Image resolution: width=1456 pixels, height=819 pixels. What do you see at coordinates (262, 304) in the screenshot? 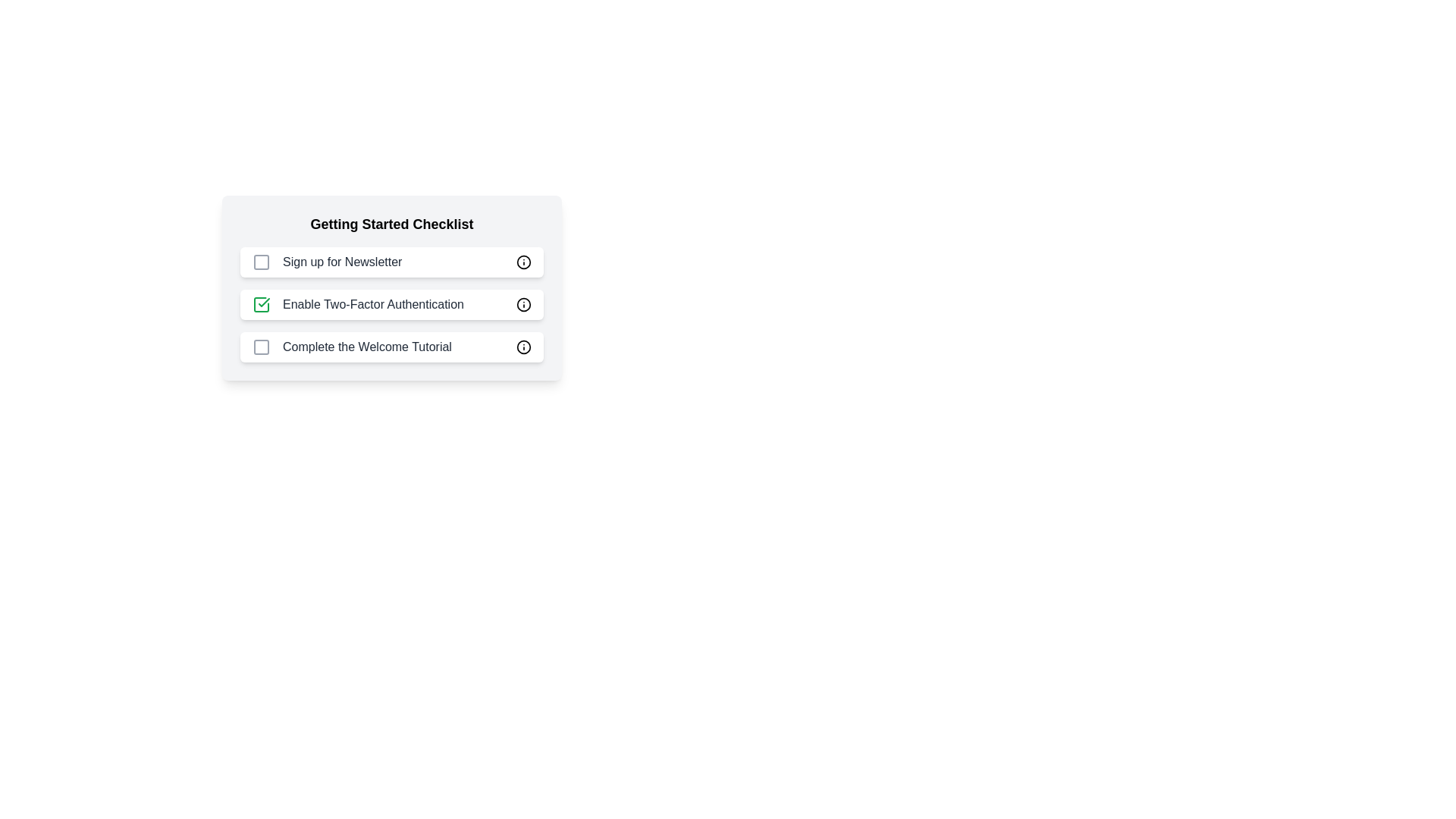
I see `the green checkmark SVG graphic element that is located to the left of the 'Enable Two-Factor Authentication' text label` at bounding box center [262, 304].